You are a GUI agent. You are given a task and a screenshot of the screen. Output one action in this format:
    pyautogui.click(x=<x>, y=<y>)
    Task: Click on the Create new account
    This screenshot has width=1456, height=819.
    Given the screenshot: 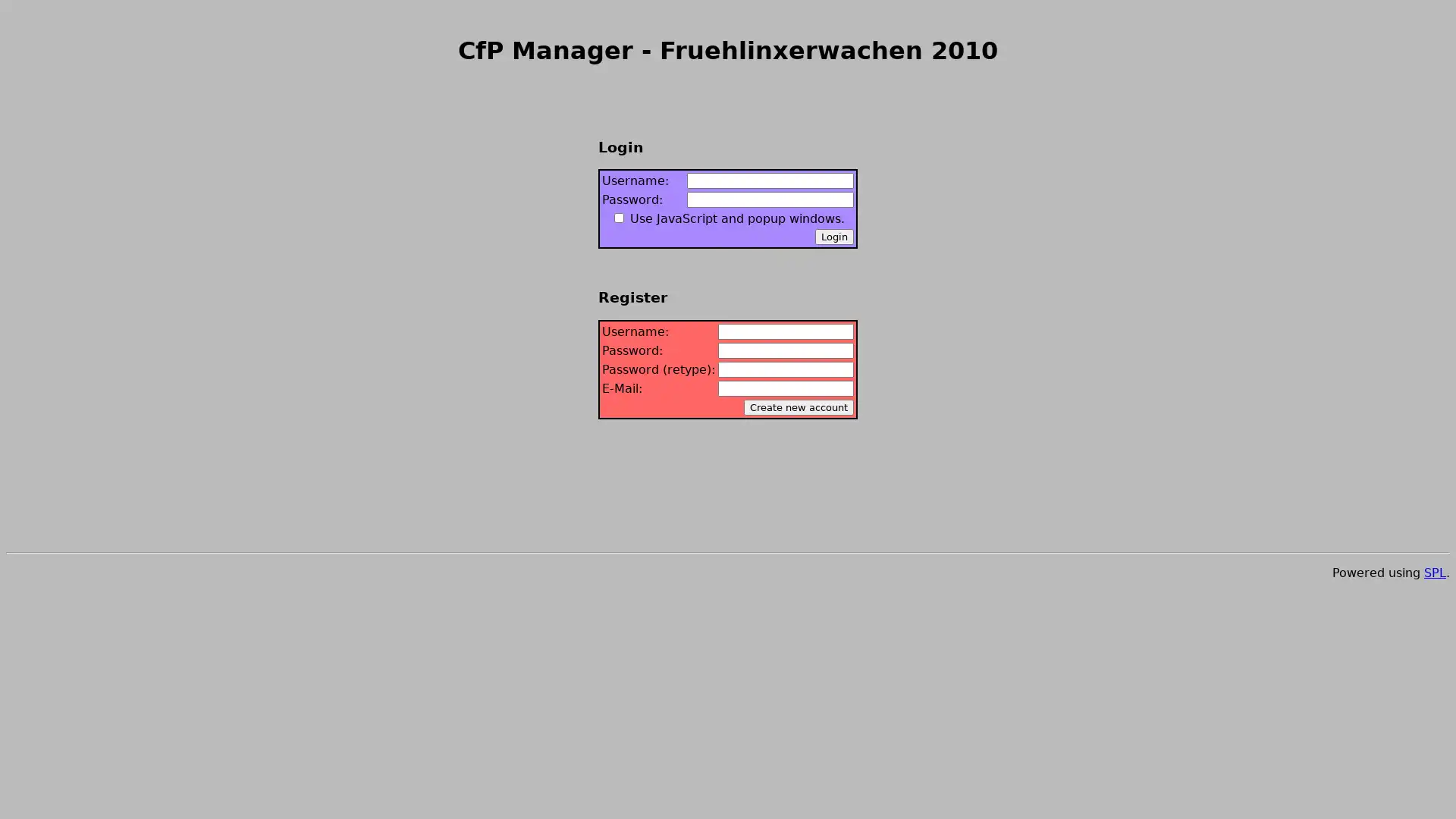 What is the action you would take?
    pyautogui.click(x=798, y=406)
    